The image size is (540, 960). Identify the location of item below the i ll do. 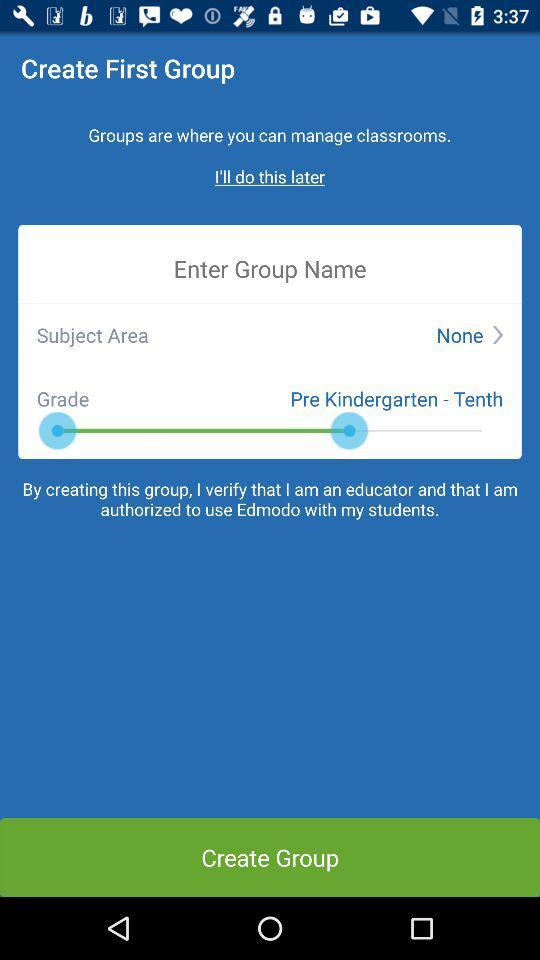
(270, 267).